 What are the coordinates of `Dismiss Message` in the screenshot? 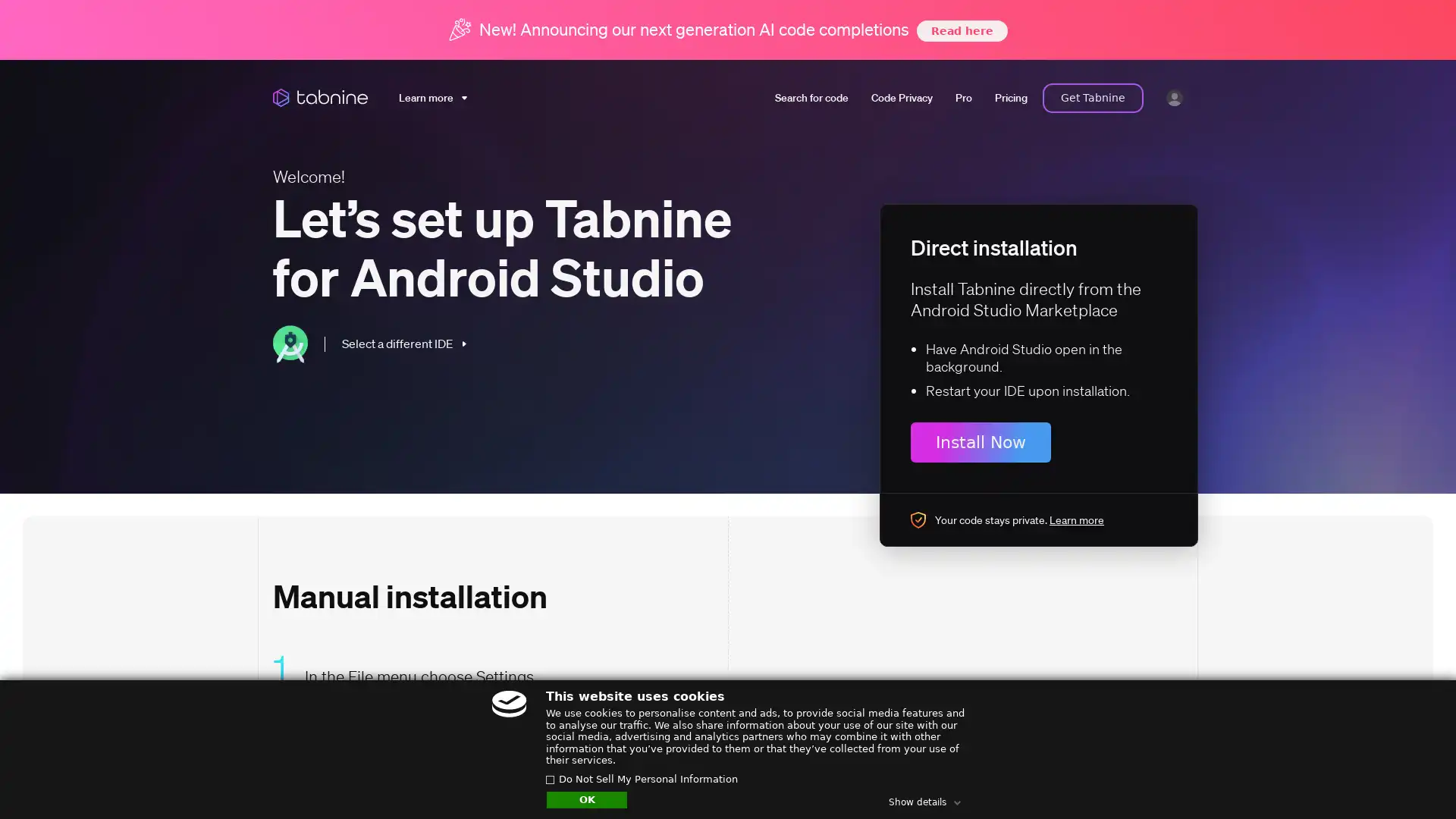 It's located at (1376, 761).